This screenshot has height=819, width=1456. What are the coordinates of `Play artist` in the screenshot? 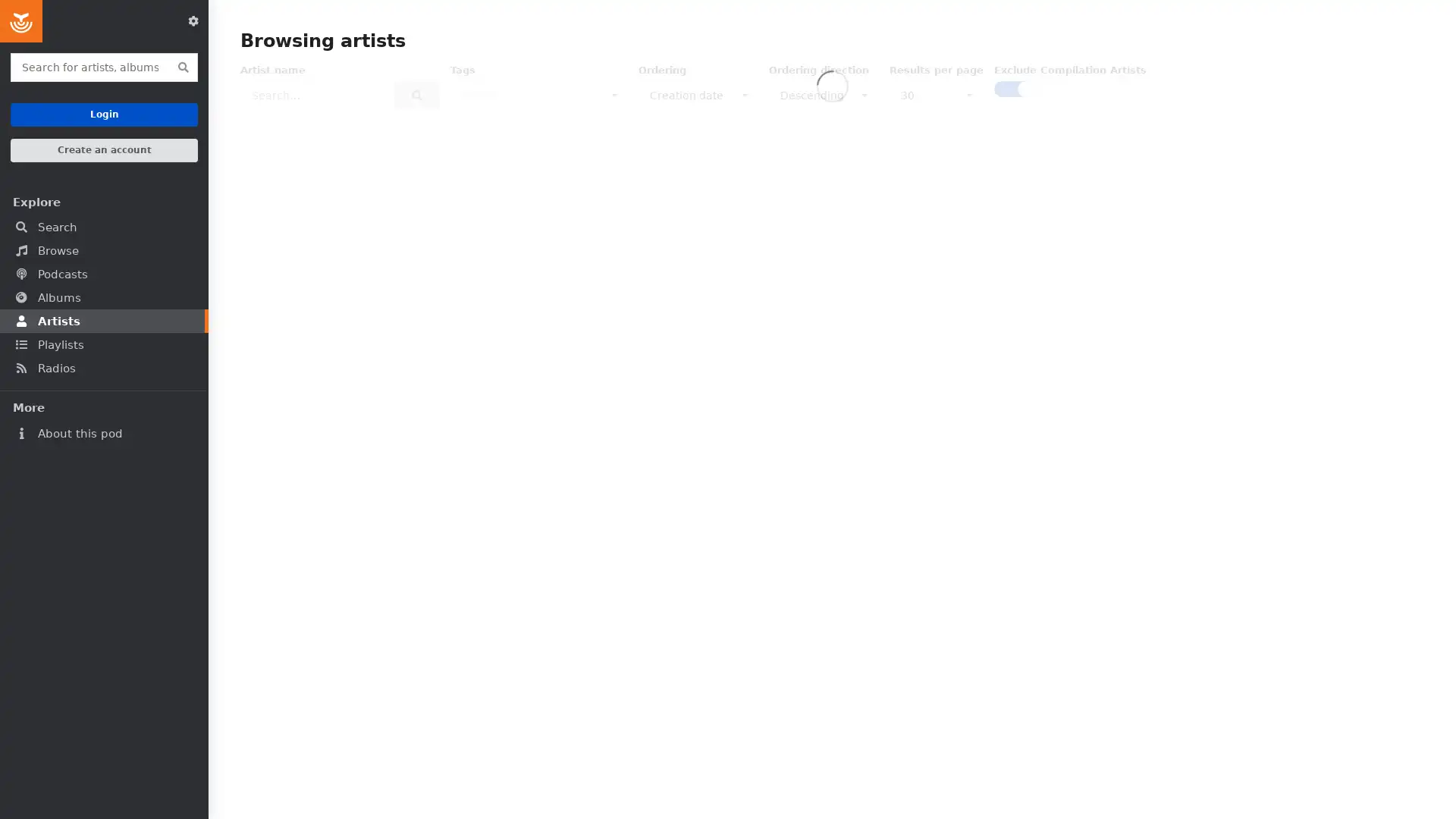 It's located at (695, 522).